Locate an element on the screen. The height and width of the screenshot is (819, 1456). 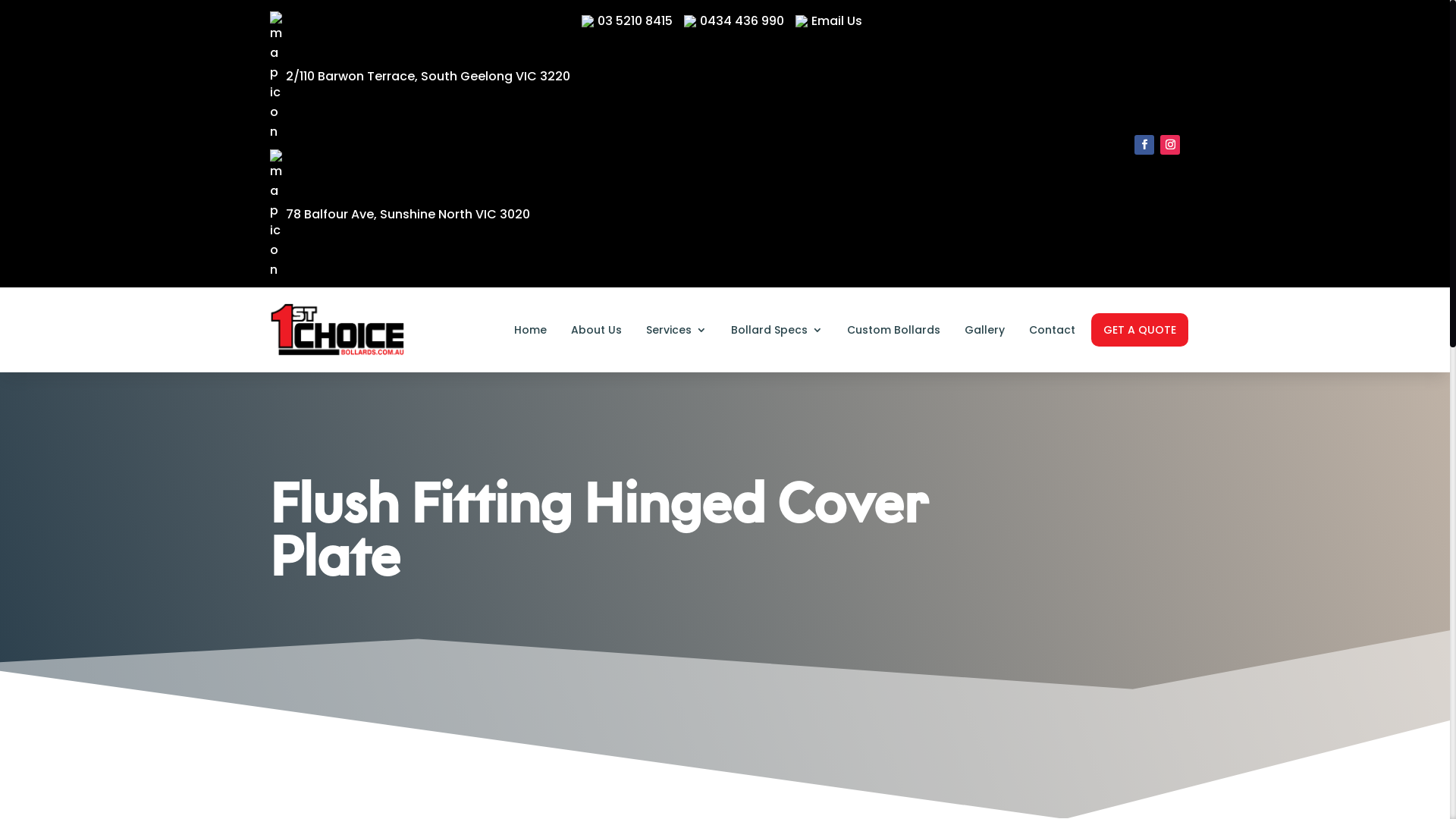
'Follow on Facebook' is located at coordinates (1144, 145).